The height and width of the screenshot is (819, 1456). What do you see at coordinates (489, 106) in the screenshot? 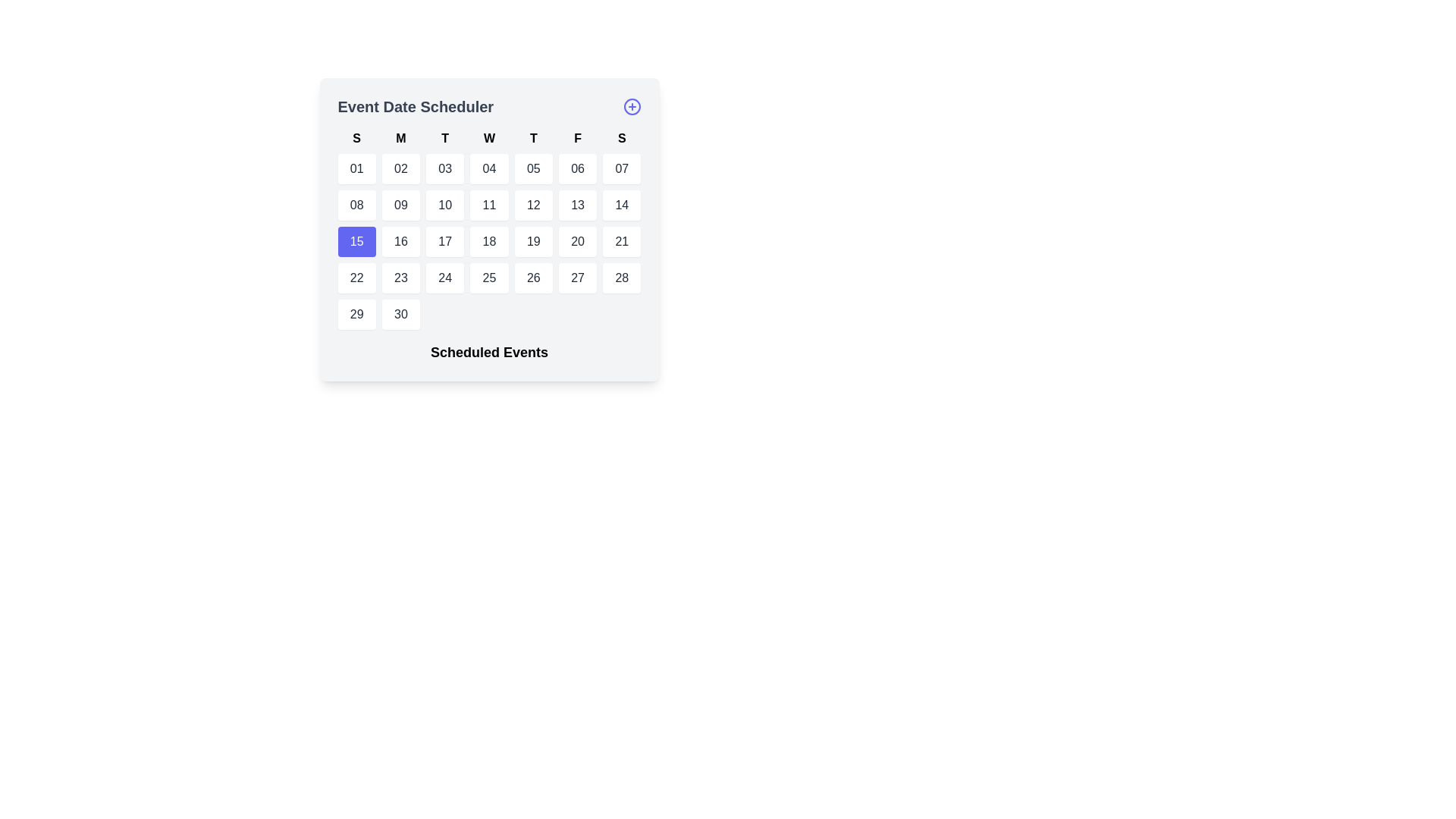
I see `the header element with the text 'Event Date Scheduler'` at bounding box center [489, 106].